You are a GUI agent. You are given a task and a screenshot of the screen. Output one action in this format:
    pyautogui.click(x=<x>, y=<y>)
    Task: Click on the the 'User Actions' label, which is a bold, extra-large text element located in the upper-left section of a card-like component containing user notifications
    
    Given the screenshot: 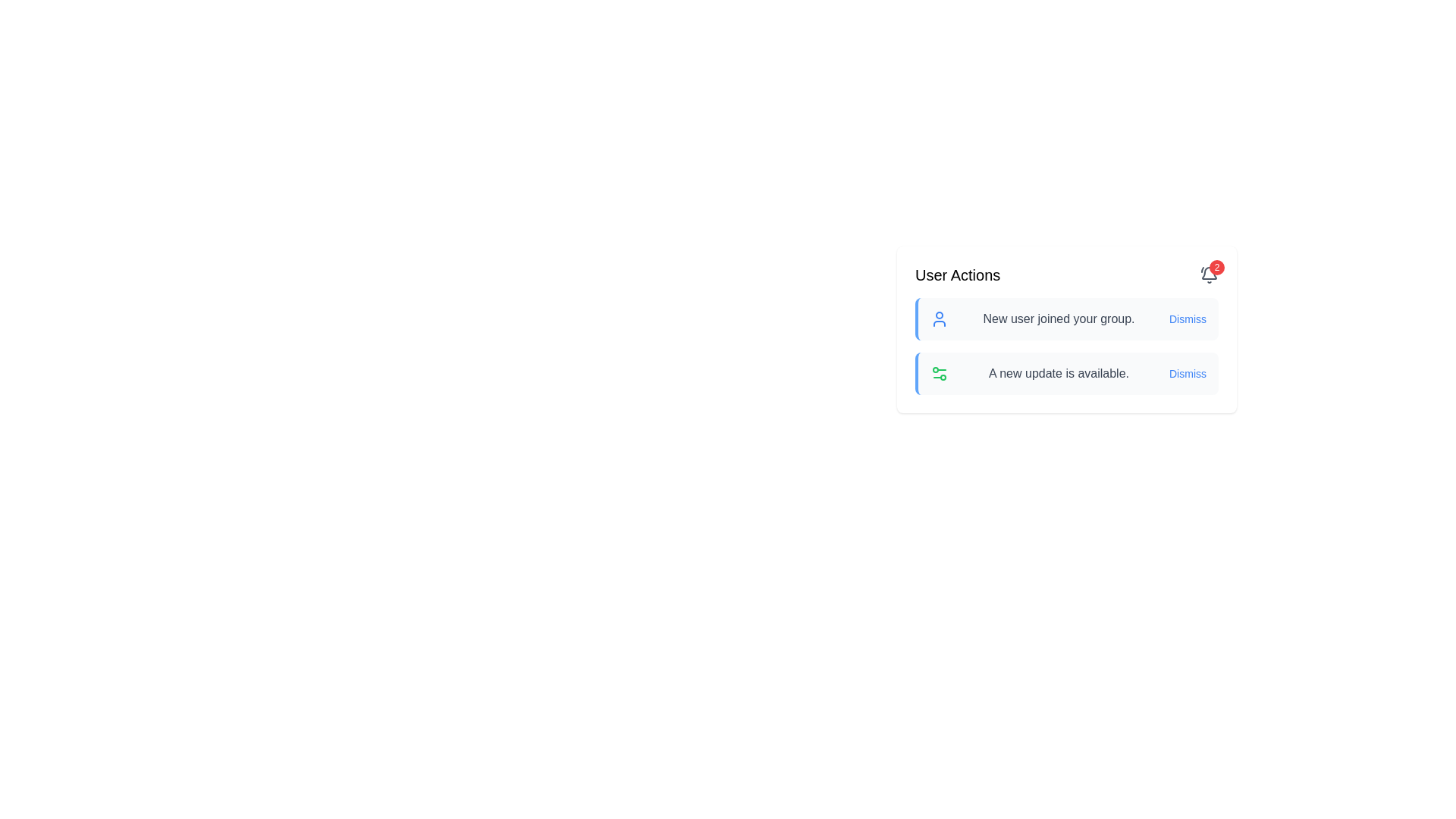 What is the action you would take?
    pyautogui.click(x=957, y=275)
    